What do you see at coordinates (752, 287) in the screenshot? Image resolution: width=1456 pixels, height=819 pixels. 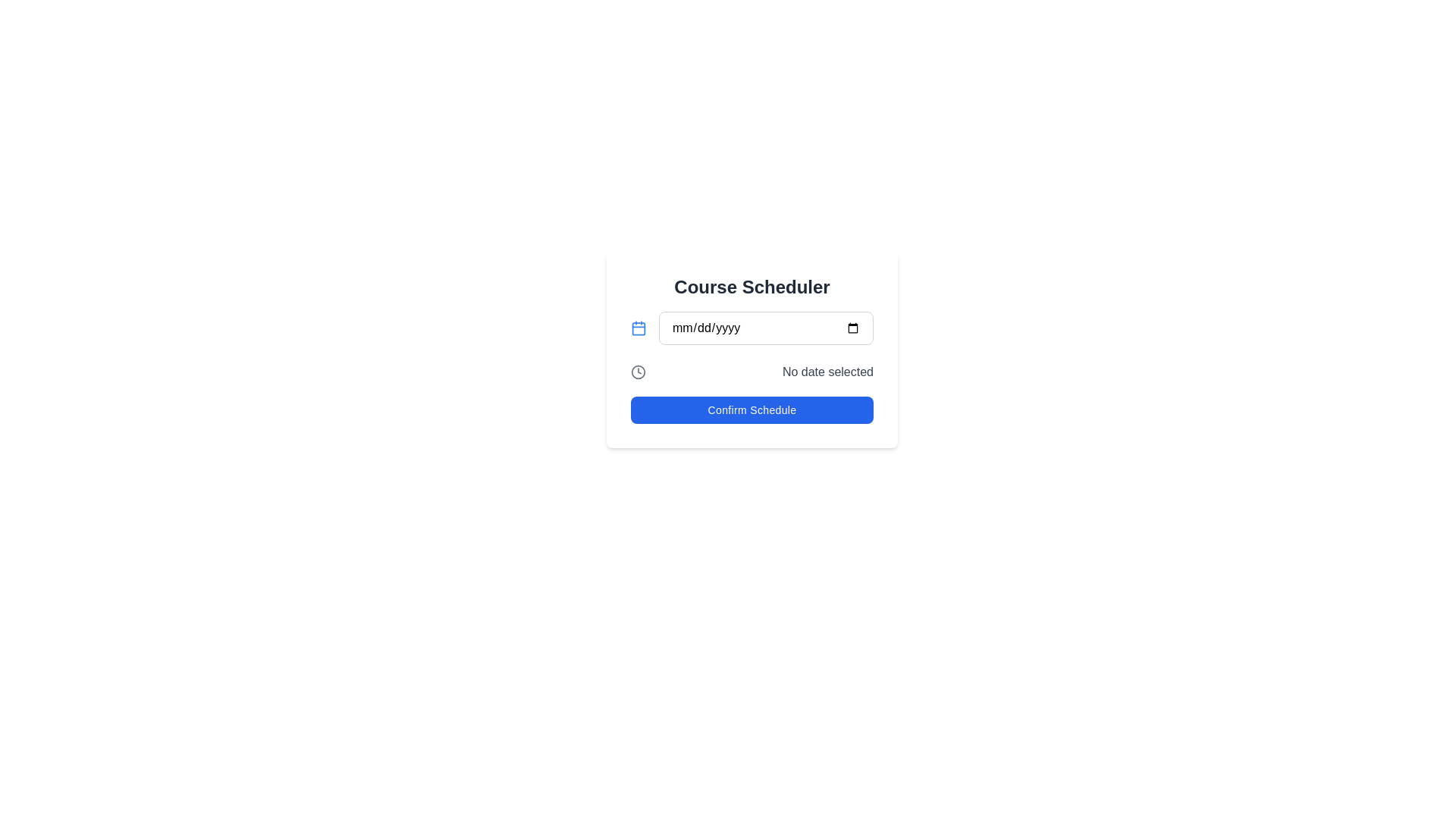 I see `the heading text label that identifies the purpose of the associated content related to course scheduling, located at the top of the layout block` at bounding box center [752, 287].